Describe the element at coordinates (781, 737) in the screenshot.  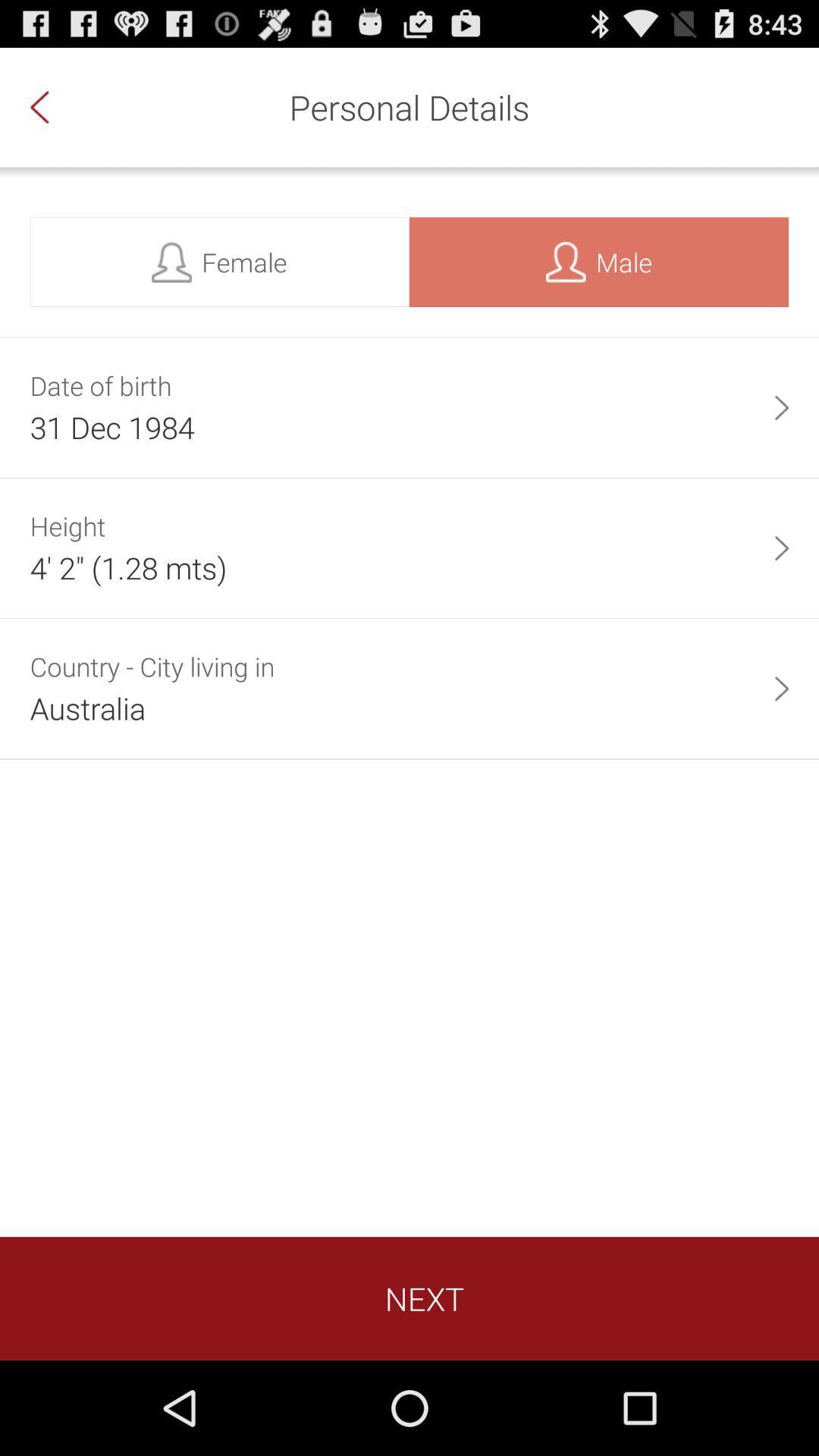
I see `the play icon` at that location.